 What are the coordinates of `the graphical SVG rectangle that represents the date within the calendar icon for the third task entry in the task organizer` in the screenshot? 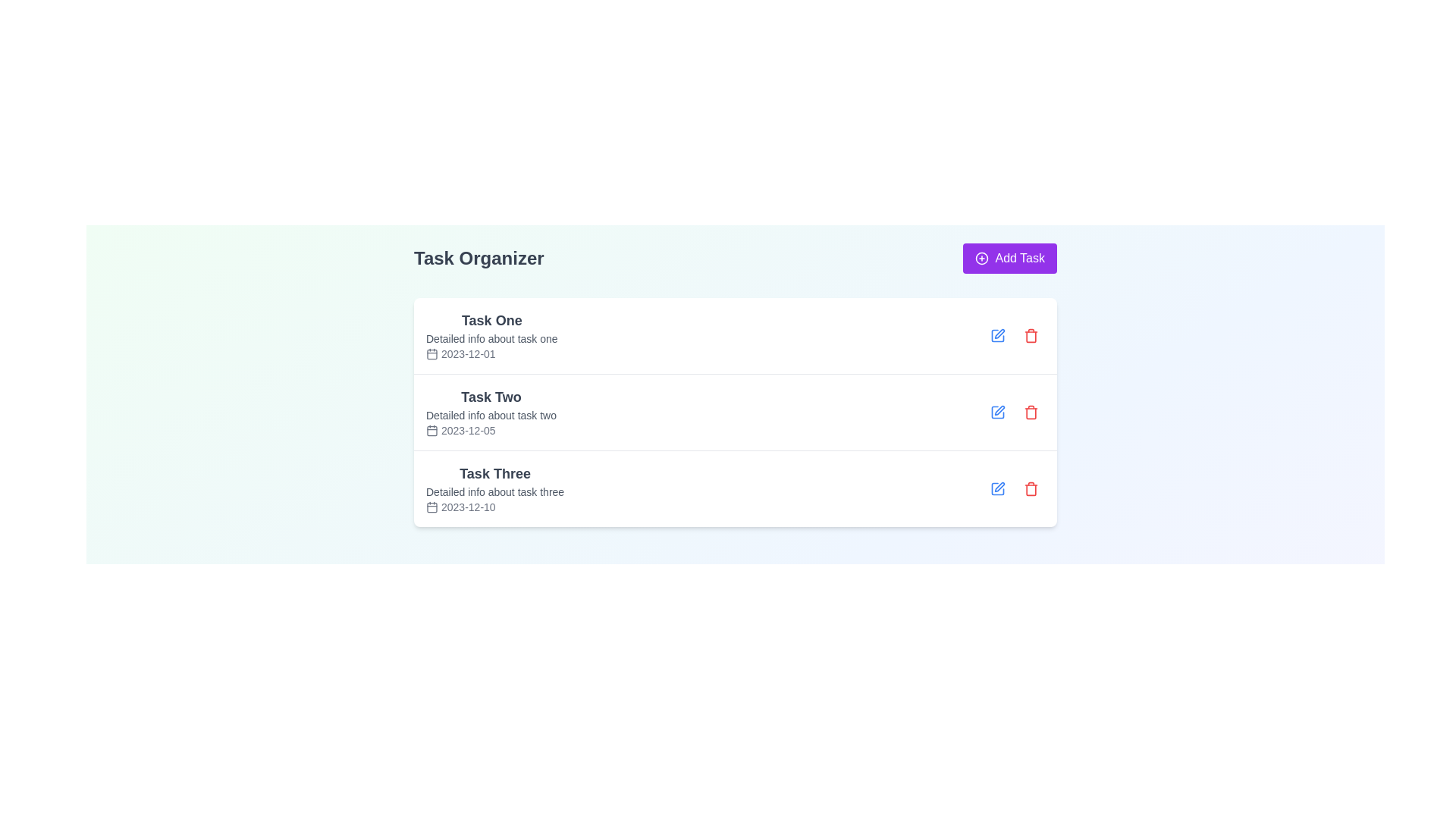 It's located at (431, 507).